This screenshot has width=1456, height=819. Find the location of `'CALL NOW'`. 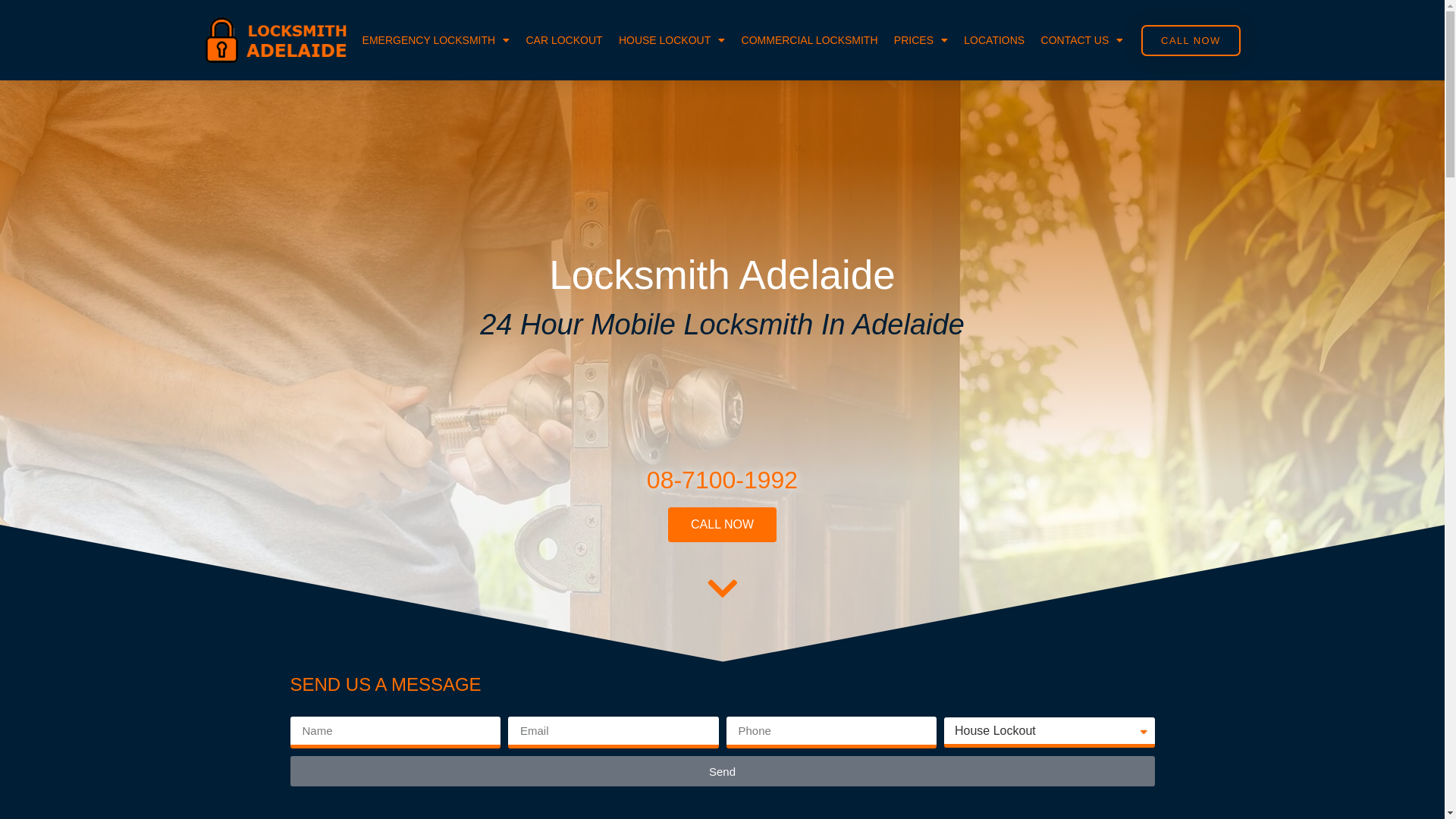

'CALL NOW' is located at coordinates (721, 523).